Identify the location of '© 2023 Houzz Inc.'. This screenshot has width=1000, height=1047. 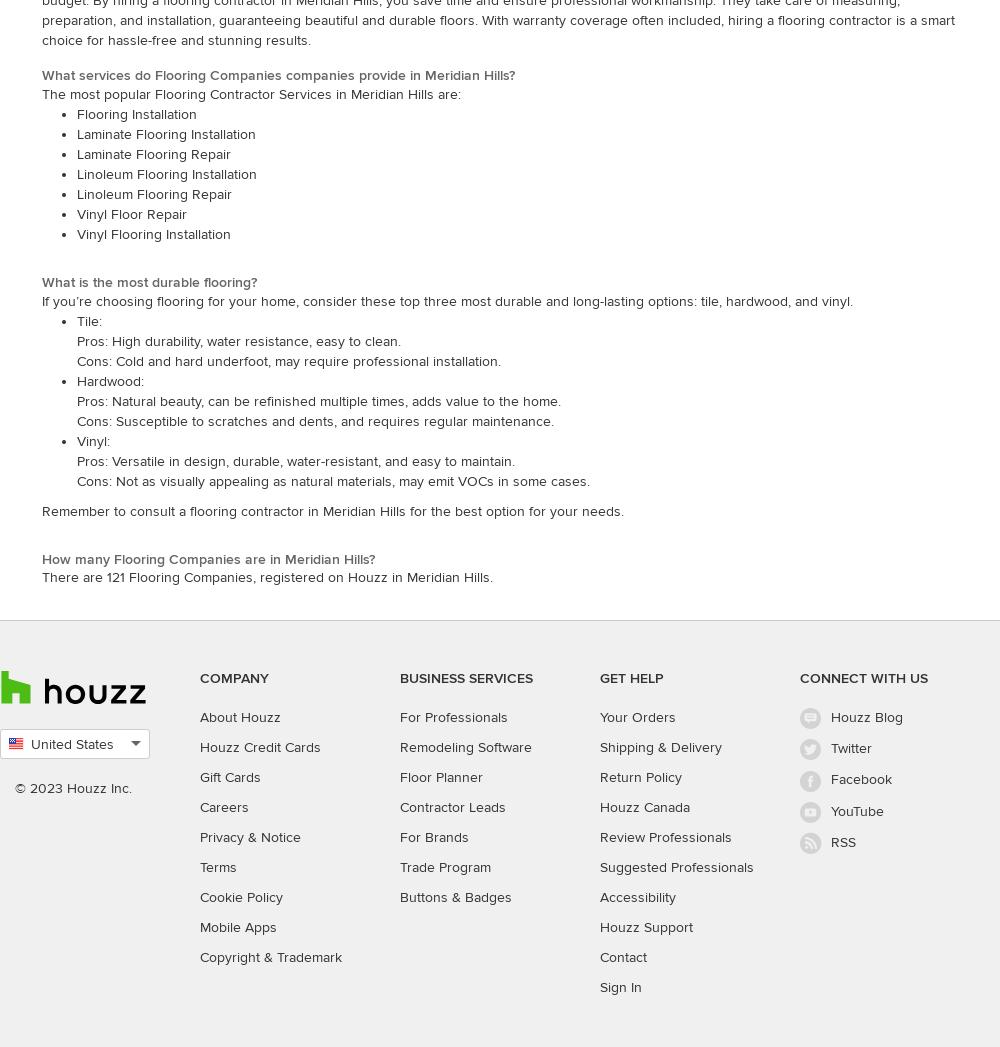
(15, 787).